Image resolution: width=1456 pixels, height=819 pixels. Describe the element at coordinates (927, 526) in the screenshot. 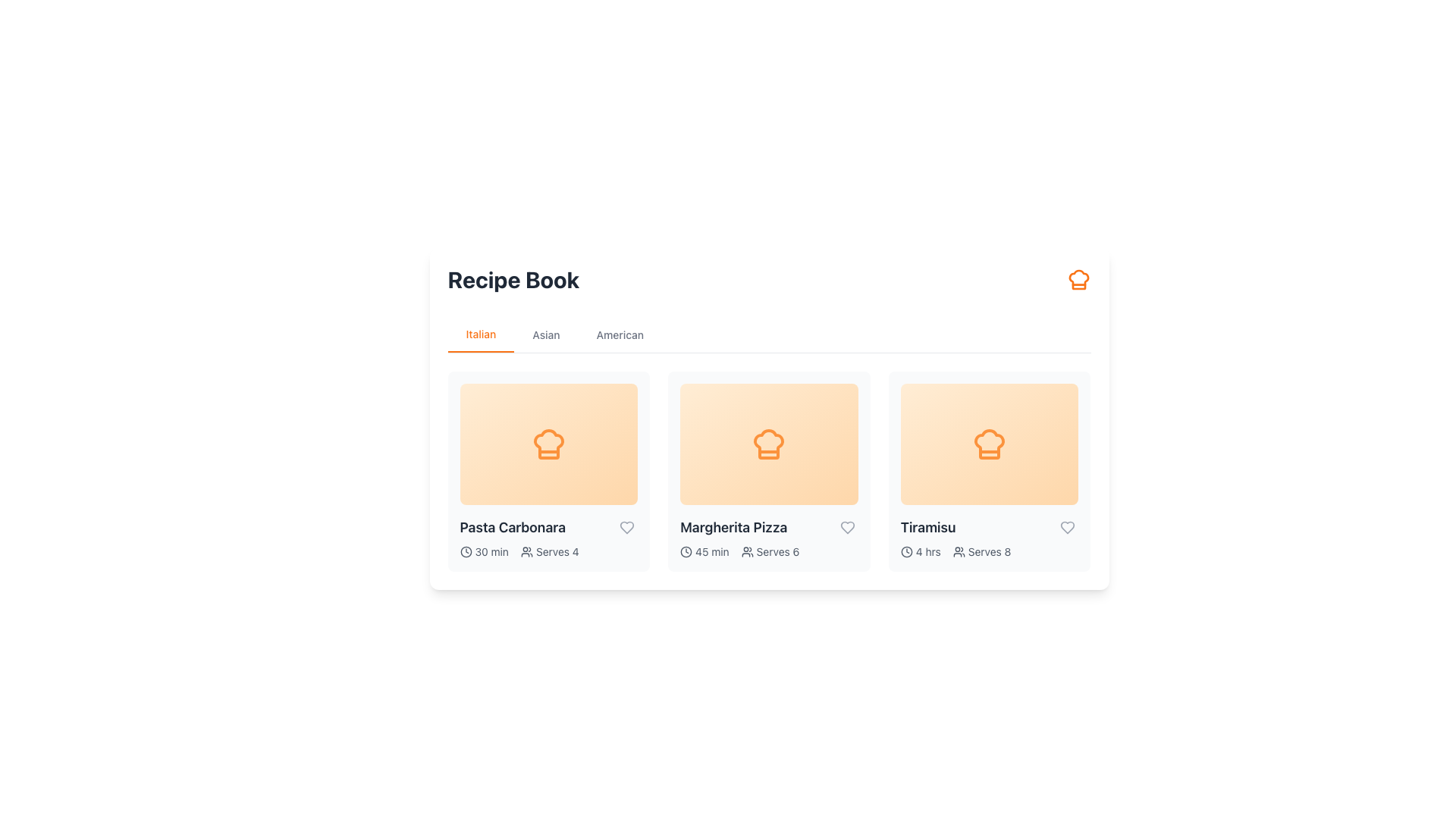

I see `text label displaying 'Tiramisu', which is styled in bold and medium-large font in dark gray color, located under the image of the Tiramisu recipe in the third card of the 'Italian' recipes list` at that location.